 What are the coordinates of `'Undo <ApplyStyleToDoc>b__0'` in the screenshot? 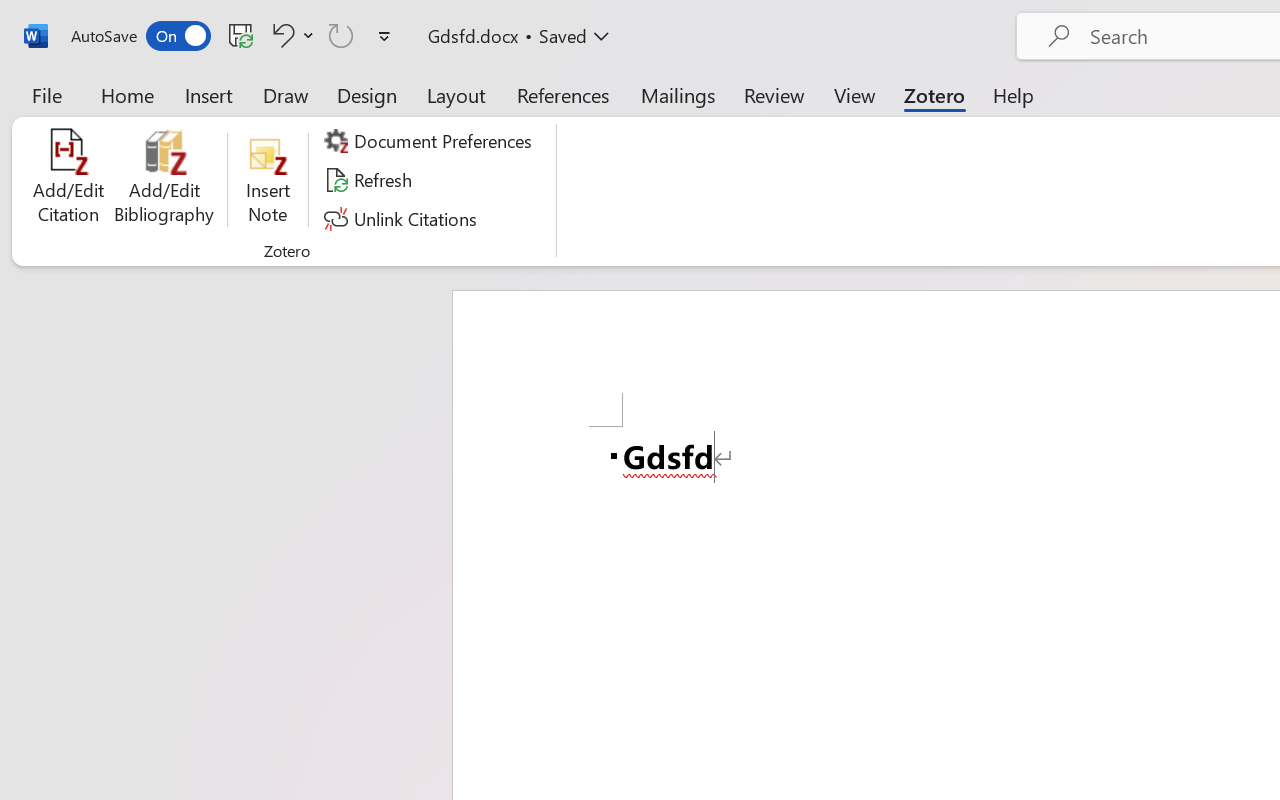 It's located at (279, 34).